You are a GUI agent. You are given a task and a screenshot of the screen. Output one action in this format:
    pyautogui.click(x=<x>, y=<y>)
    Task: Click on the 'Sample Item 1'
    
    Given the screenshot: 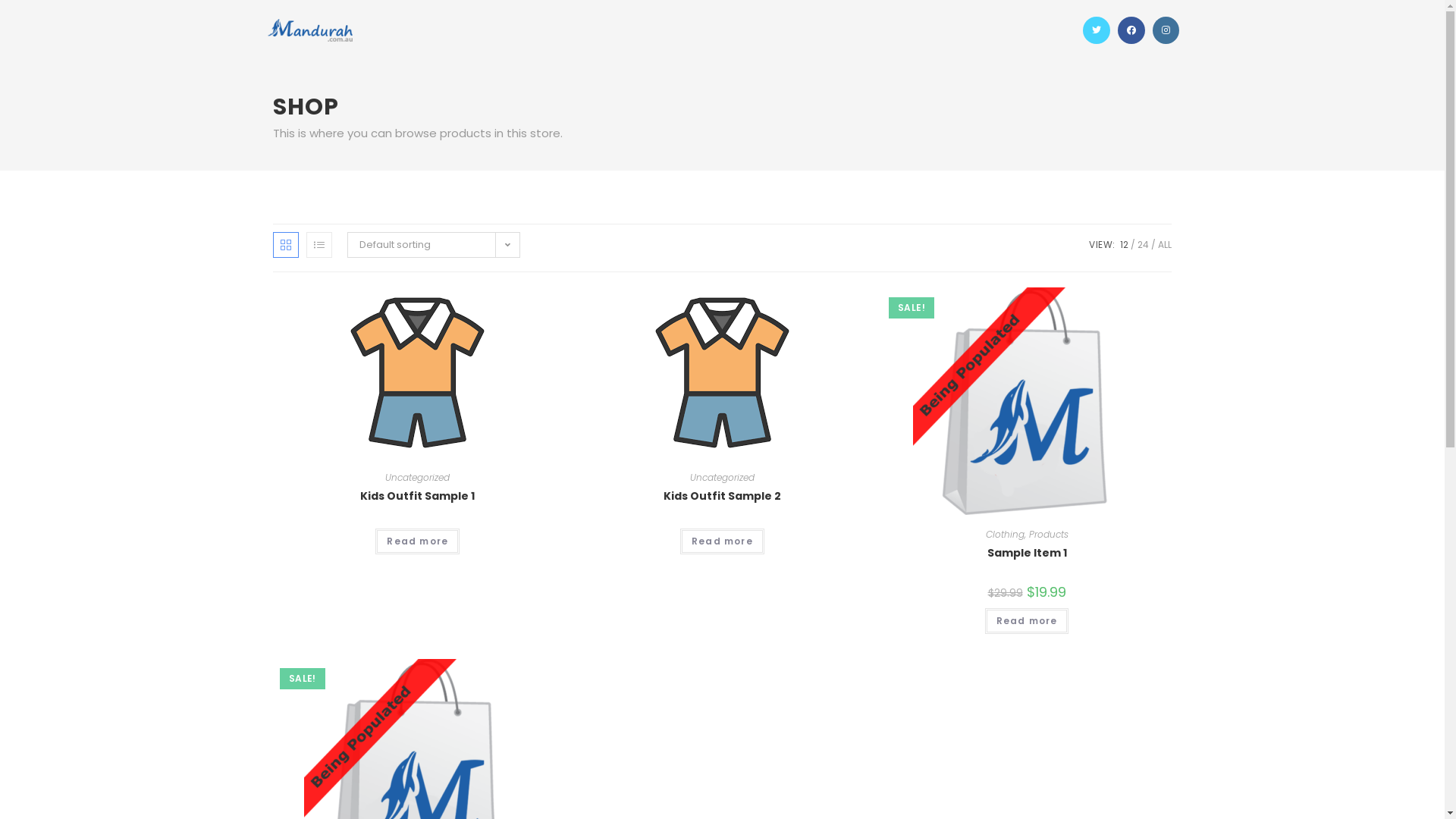 What is the action you would take?
    pyautogui.click(x=987, y=553)
    